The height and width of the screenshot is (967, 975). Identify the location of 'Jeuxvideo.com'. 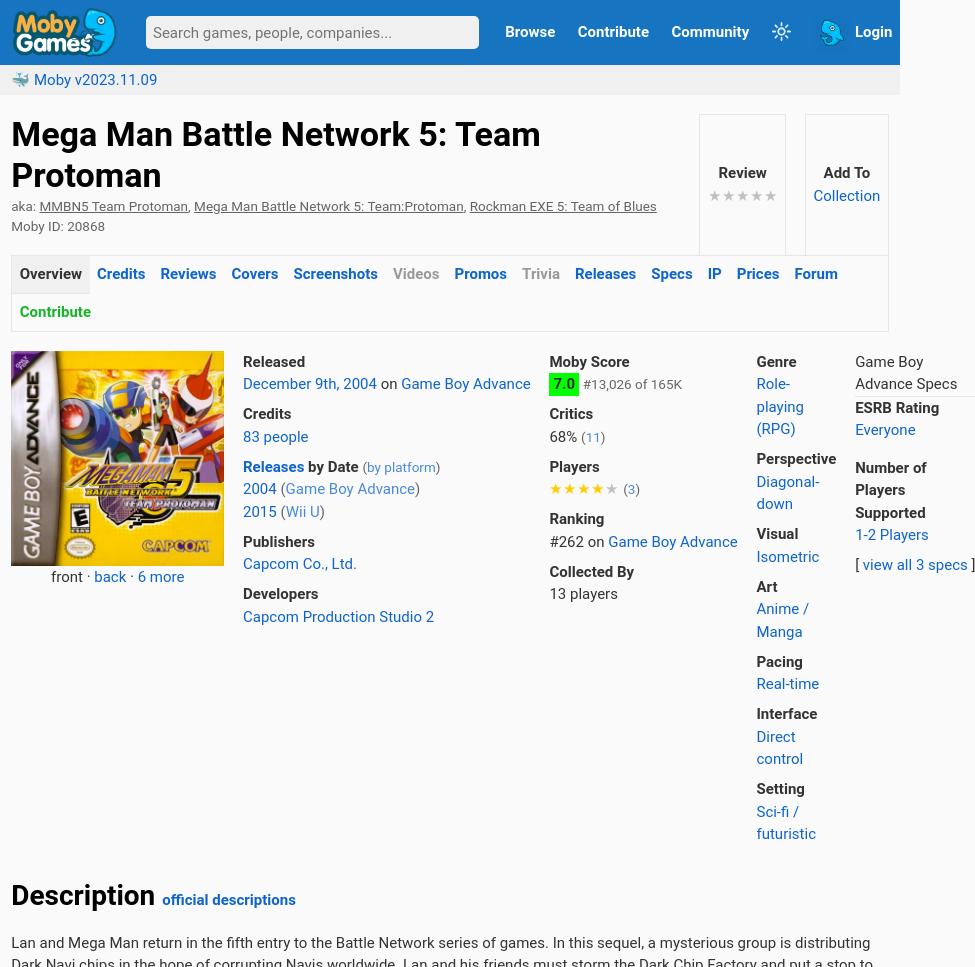
(11, 218).